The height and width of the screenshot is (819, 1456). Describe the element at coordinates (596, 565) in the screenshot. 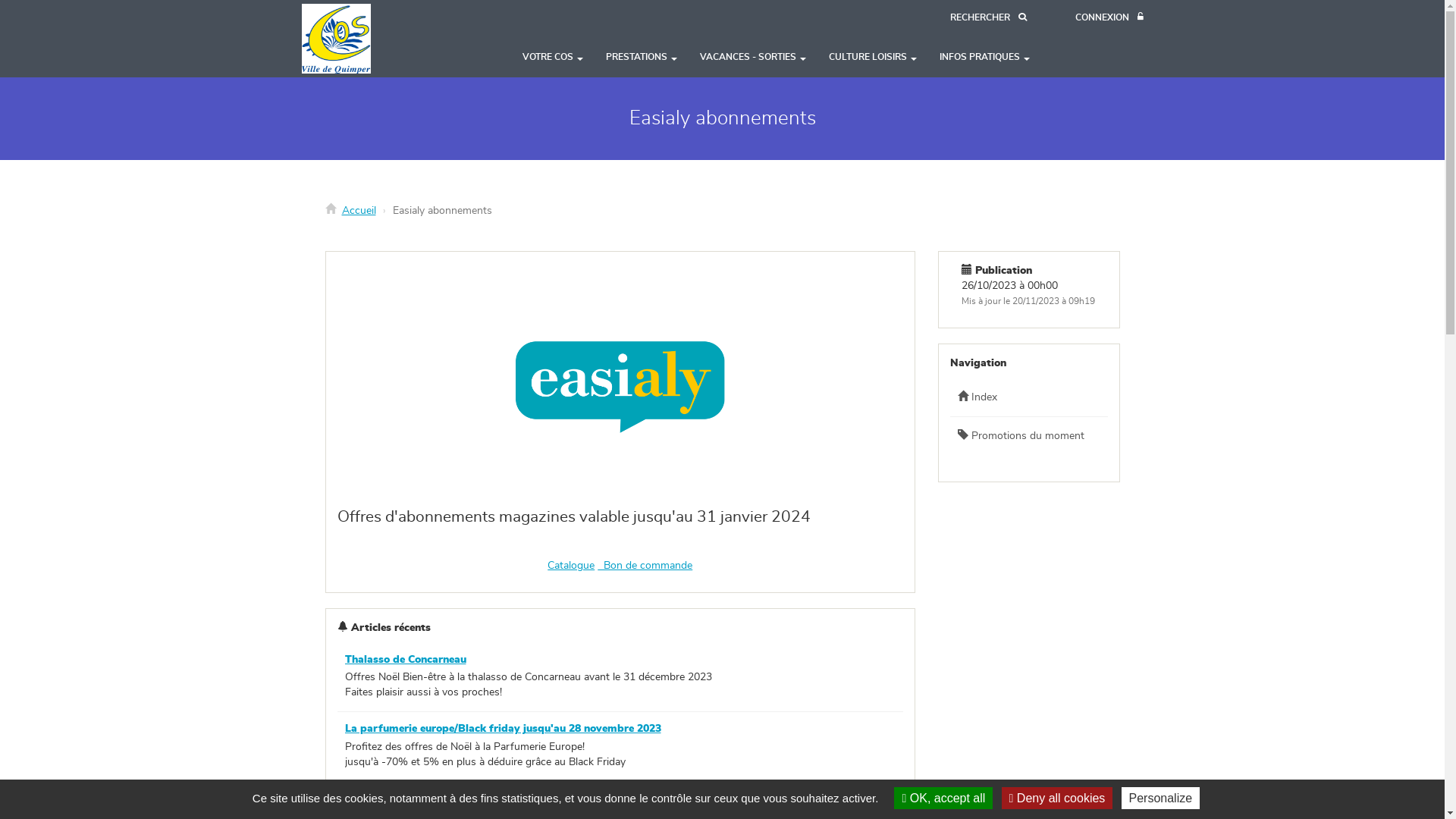

I see `' Bon de commande'` at that location.